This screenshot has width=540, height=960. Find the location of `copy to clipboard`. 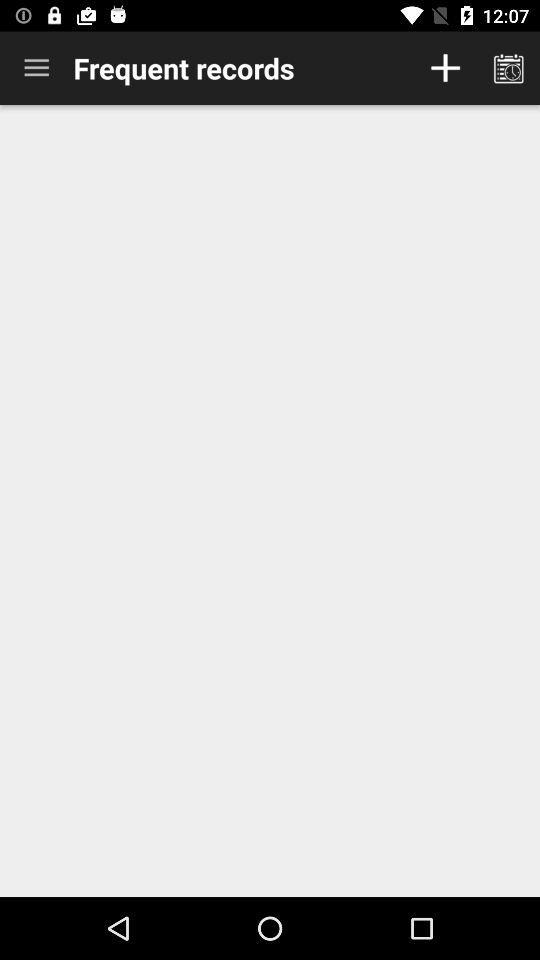

copy to clipboard is located at coordinates (508, 68).